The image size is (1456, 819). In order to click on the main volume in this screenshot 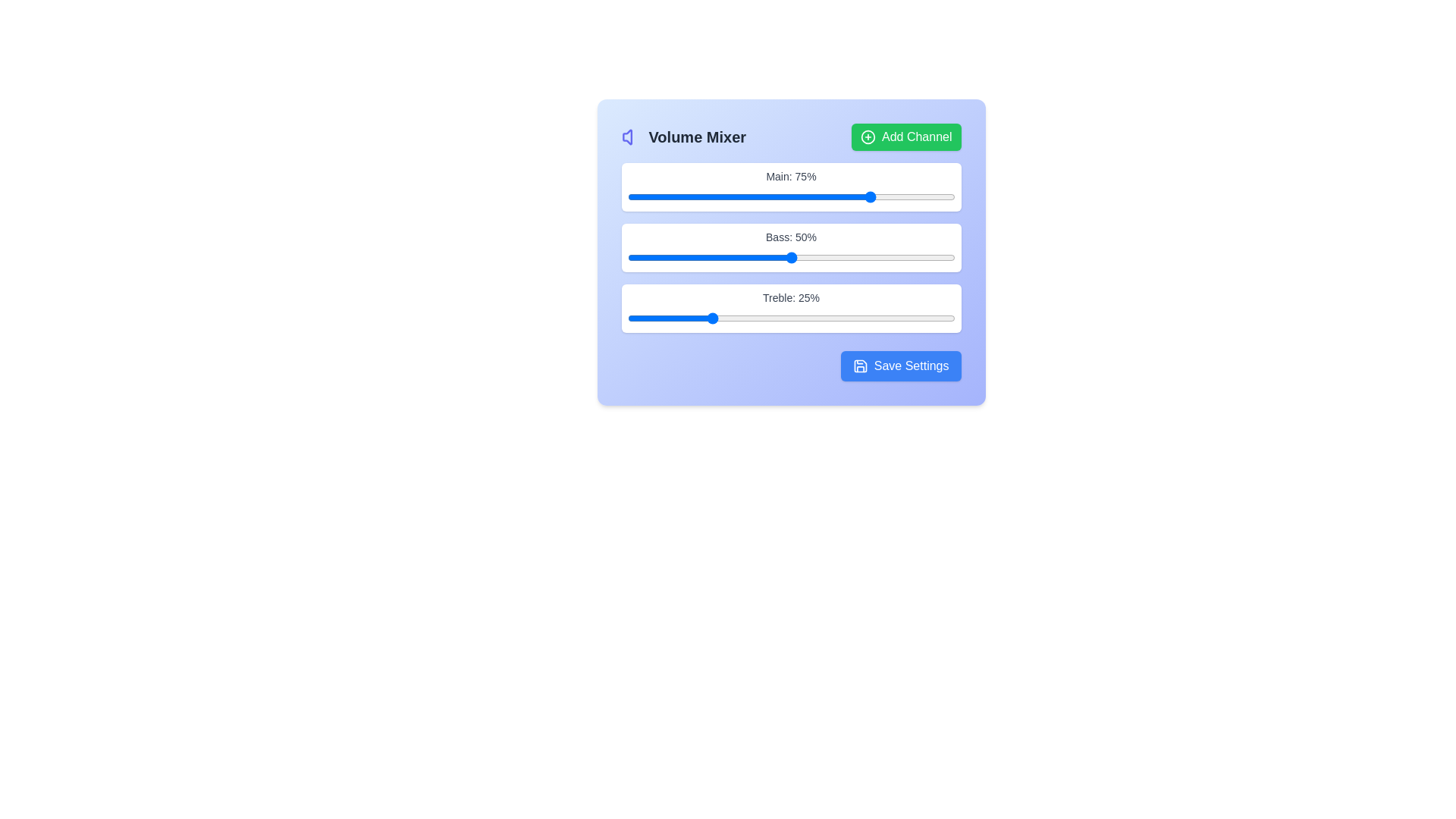, I will do `click(826, 196)`.